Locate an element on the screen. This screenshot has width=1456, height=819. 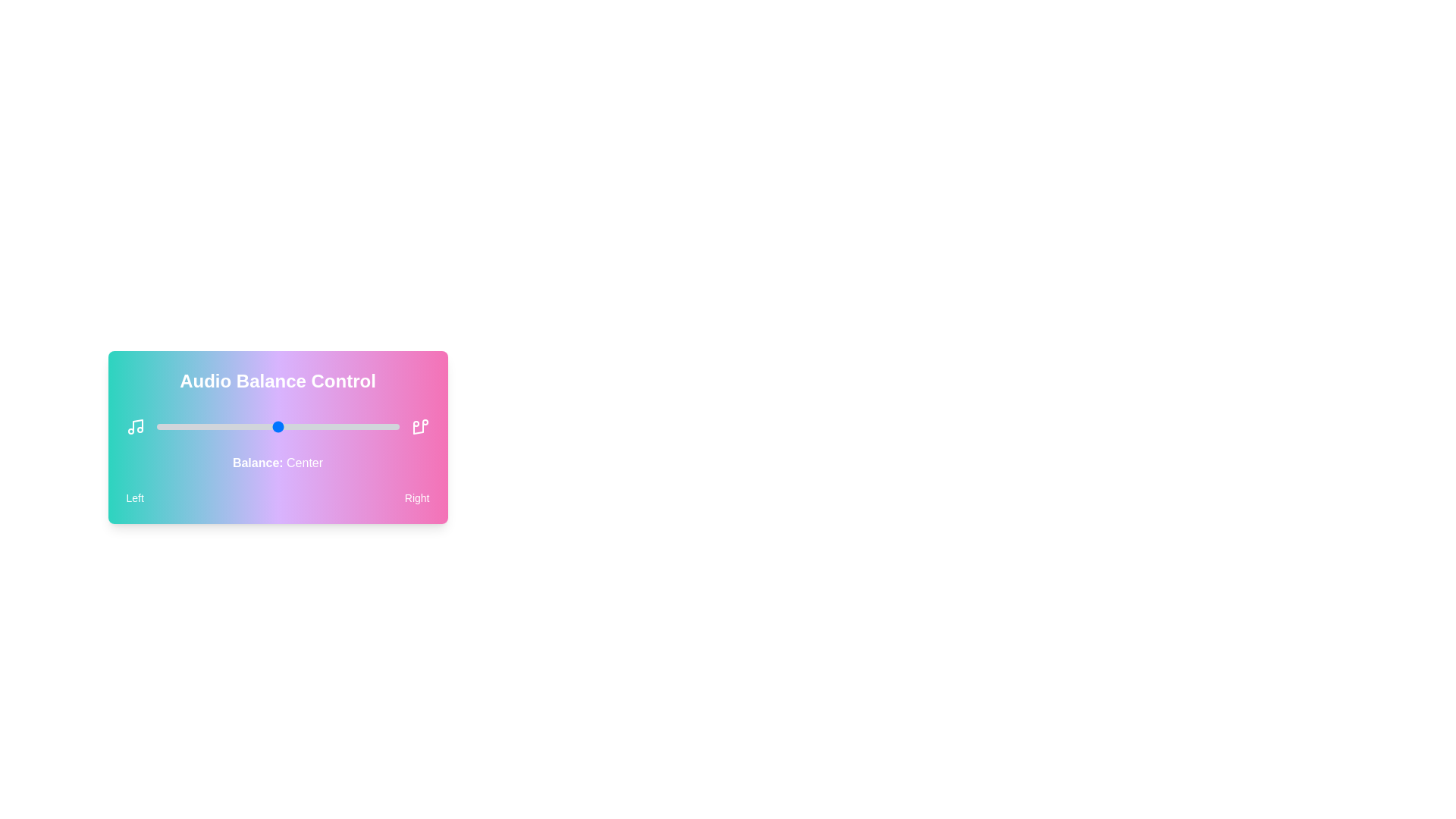
the audio balance slider to 40 percent is located at coordinates (253, 427).